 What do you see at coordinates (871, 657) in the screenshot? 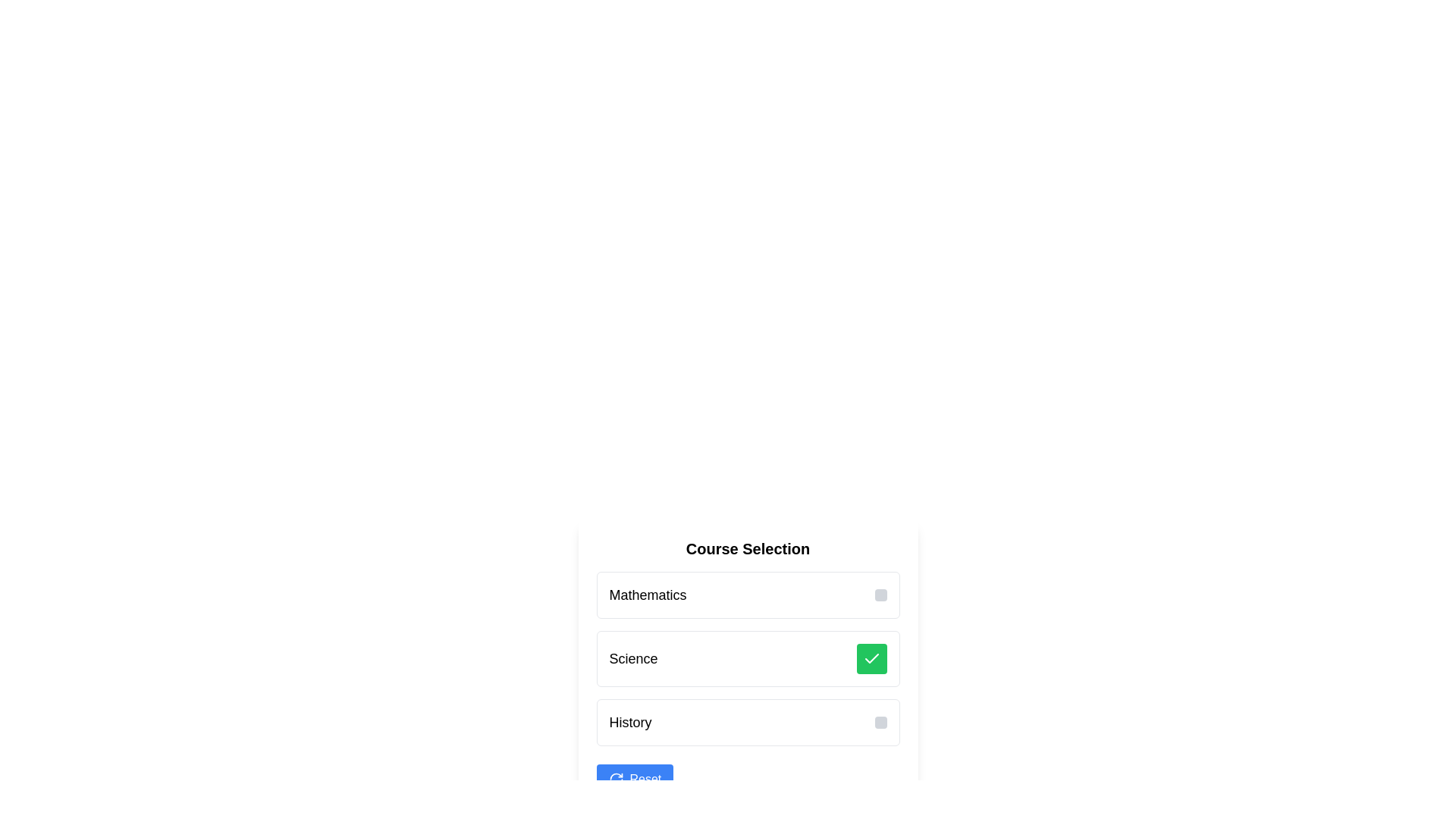
I see `the checkmark icon within the green square next to the 'Science' label` at bounding box center [871, 657].